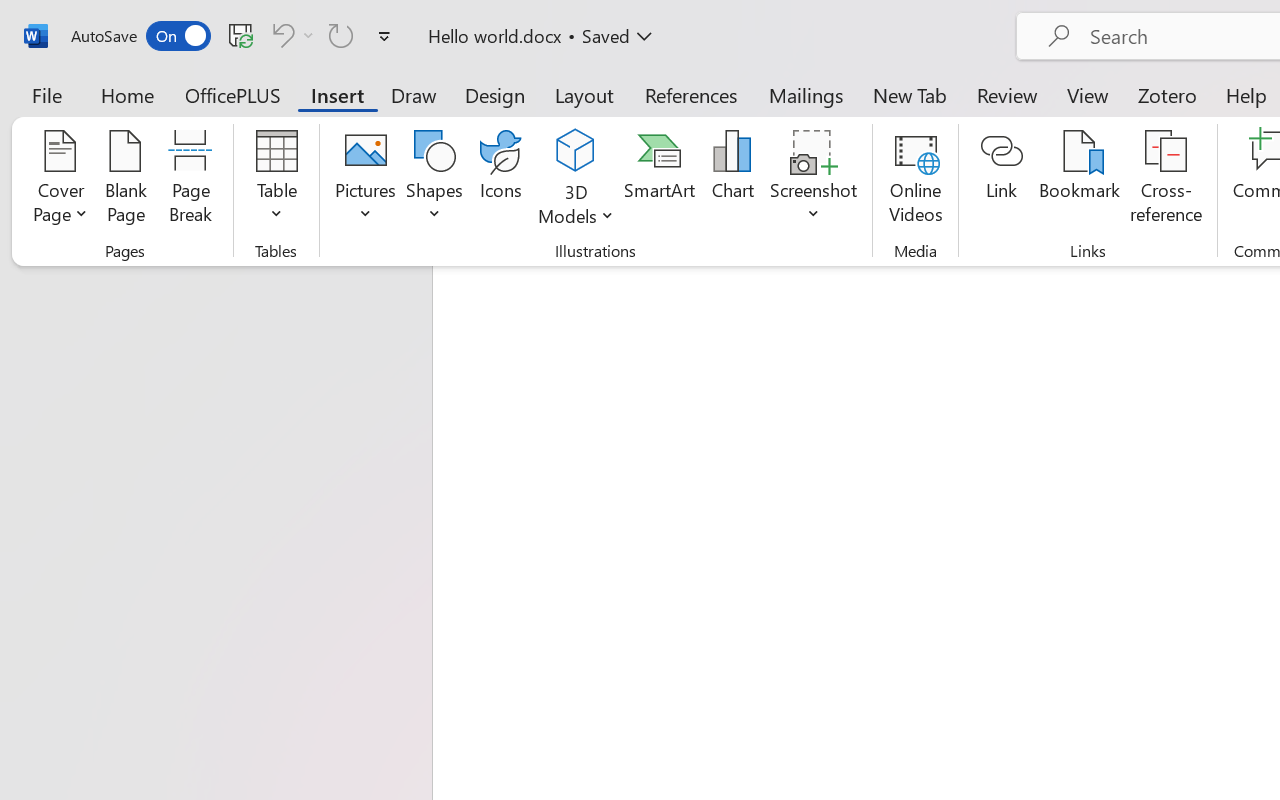 This screenshot has width=1280, height=800. Describe the element at coordinates (691, 94) in the screenshot. I see `'References'` at that location.